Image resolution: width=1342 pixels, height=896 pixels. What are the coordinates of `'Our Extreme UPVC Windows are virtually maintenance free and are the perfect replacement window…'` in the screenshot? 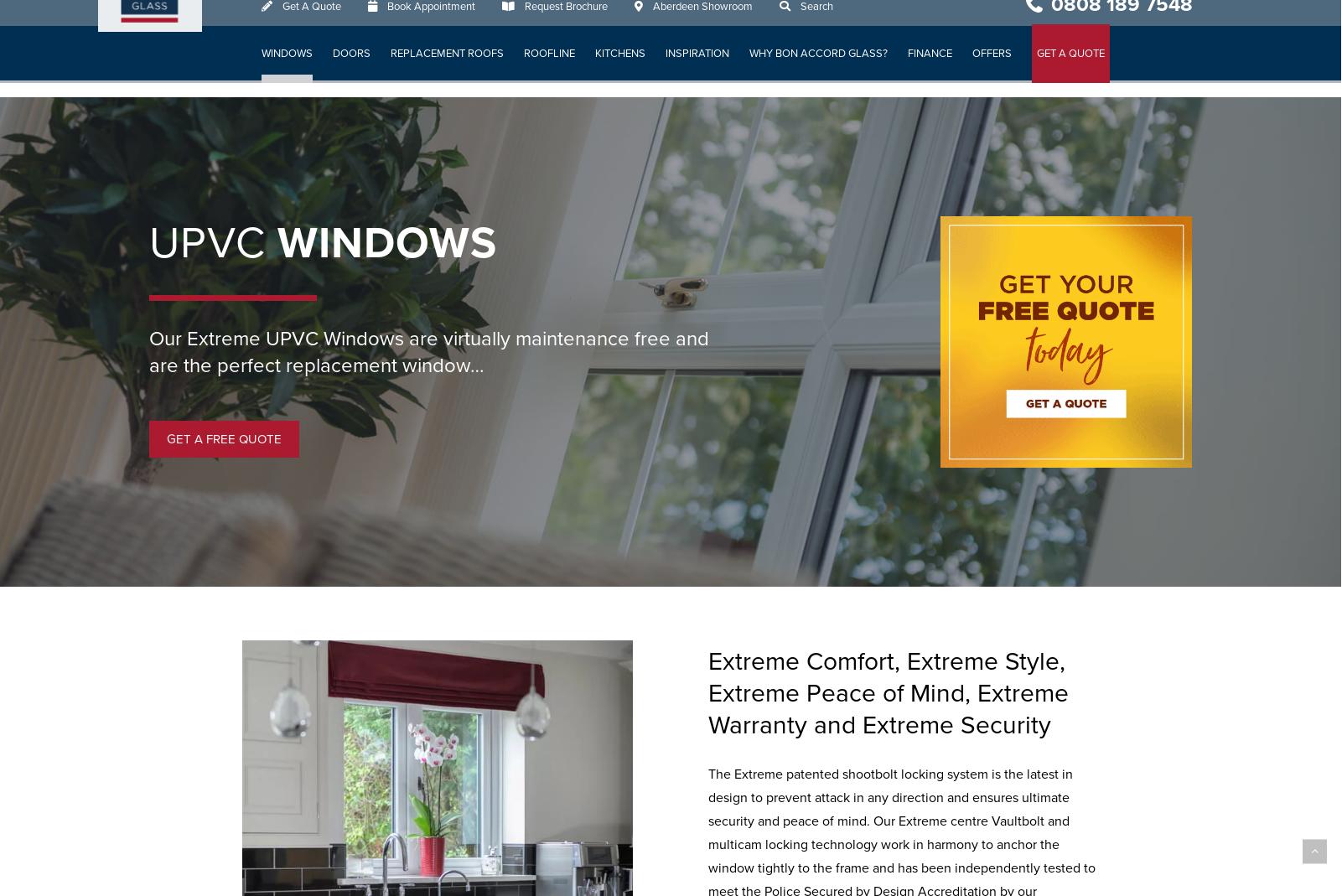 It's located at (428, 352).